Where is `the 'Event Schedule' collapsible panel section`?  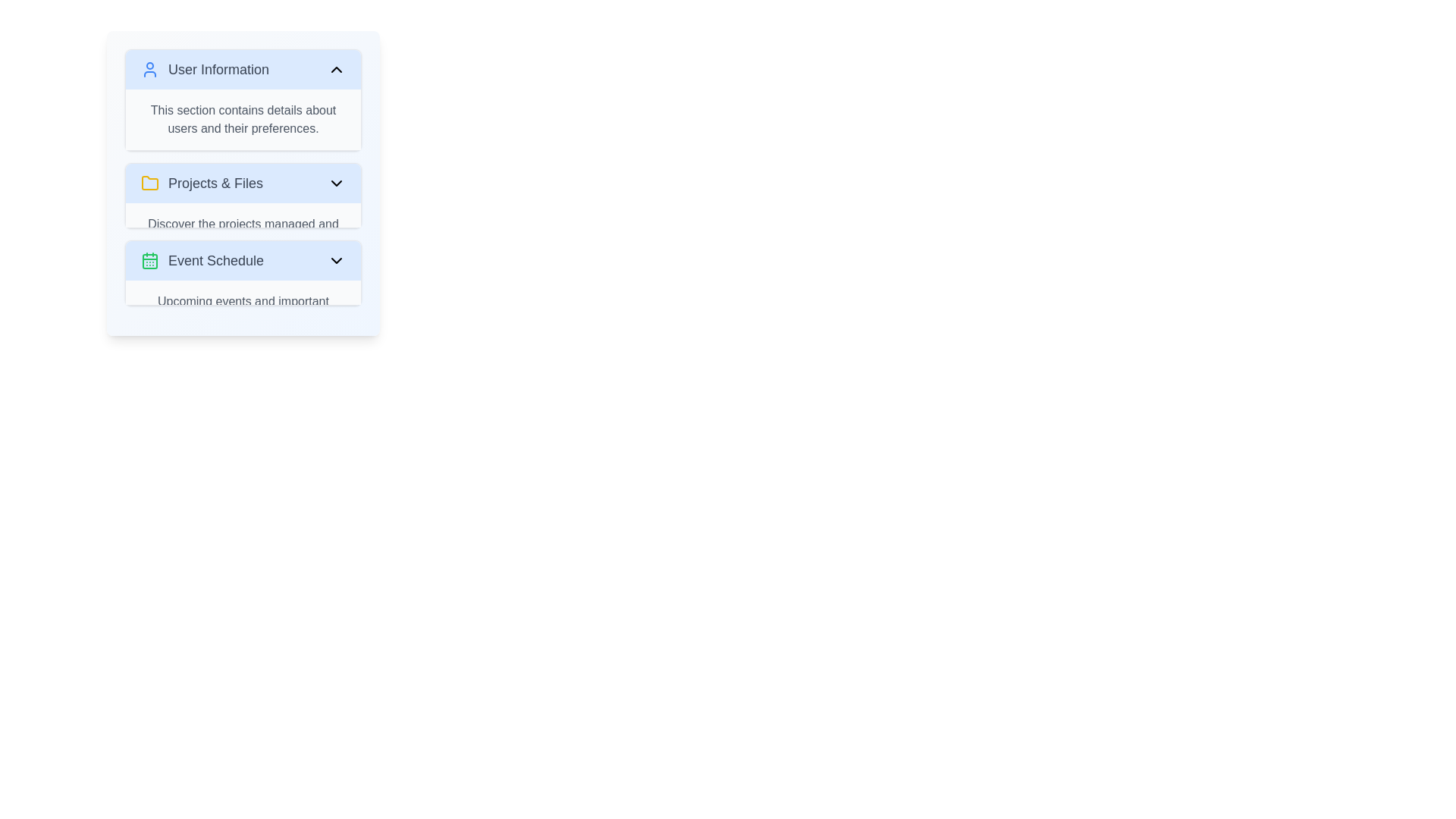
the 'Event Schedule' collapsible panel section is located at coordinates (243, 271).